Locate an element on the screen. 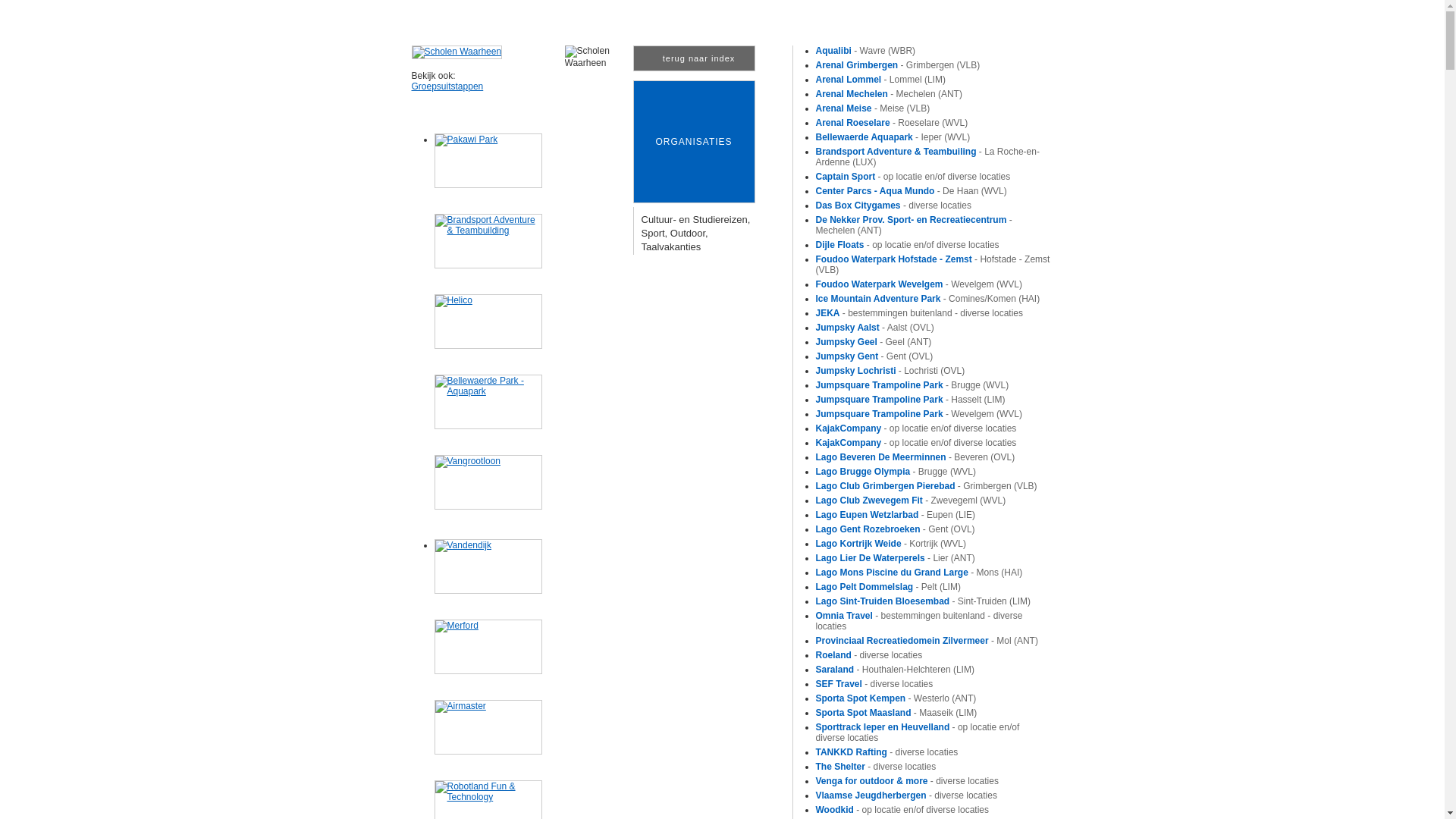 The height and width of the screenshot is (819, 1456). 'Airmaster' is located at coordinates (488, 726).